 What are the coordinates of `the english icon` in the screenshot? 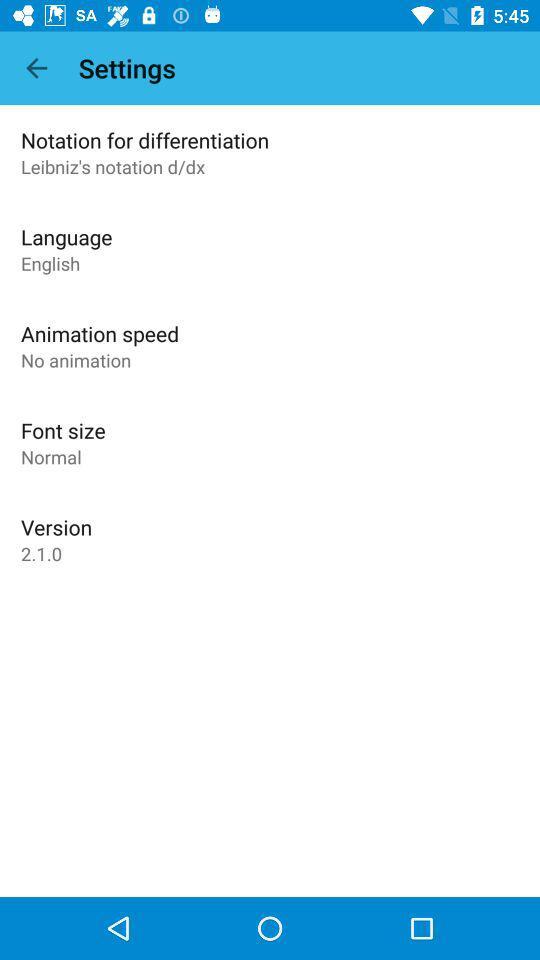 It's located at (50, 262).